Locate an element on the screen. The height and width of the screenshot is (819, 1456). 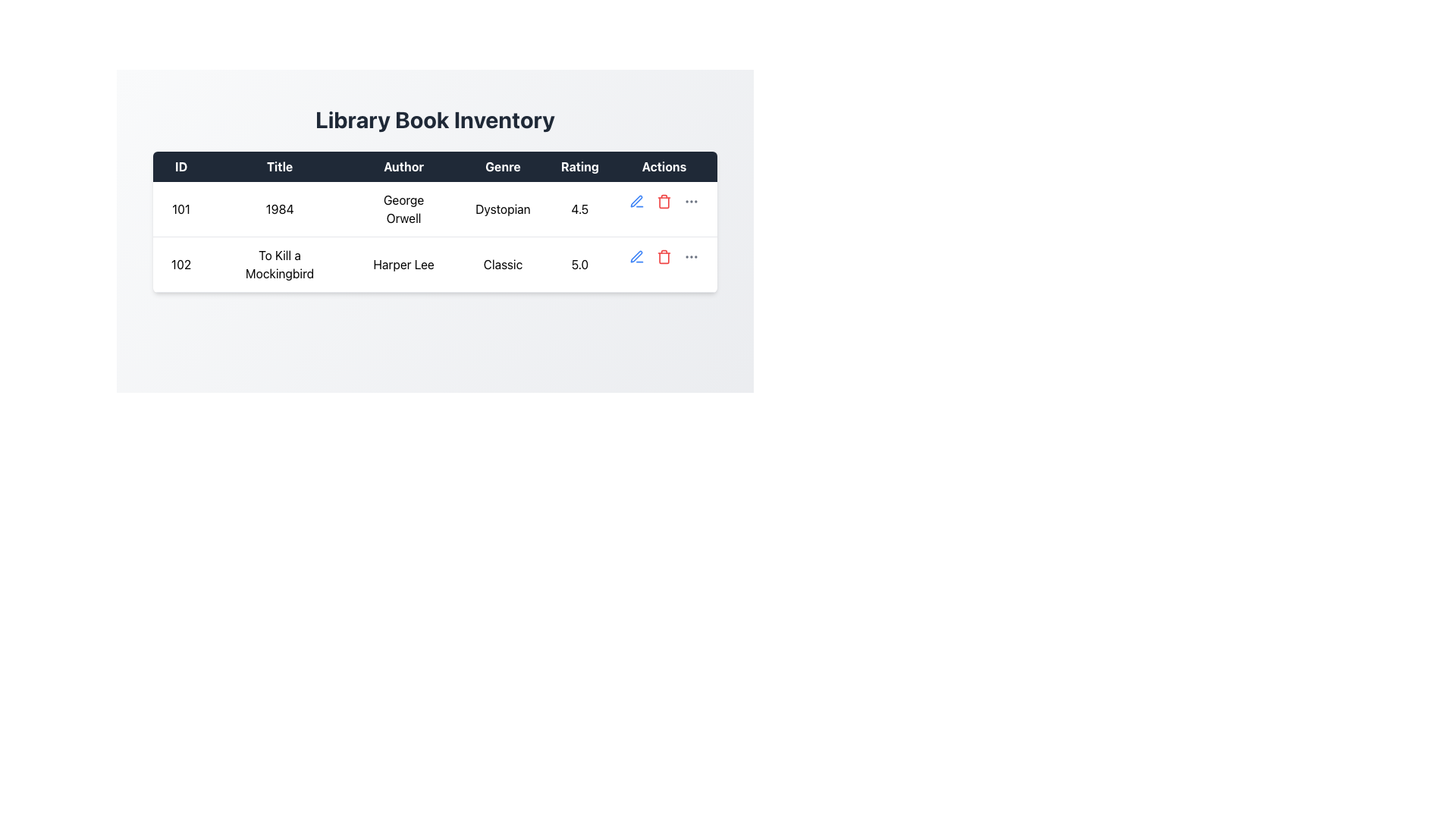
the display field showing the author 'Harper Lee' in the third column of the second row of the table with ID '102' for the book 'To Kill a Mockingbird' is located at coordinates (403, 263).